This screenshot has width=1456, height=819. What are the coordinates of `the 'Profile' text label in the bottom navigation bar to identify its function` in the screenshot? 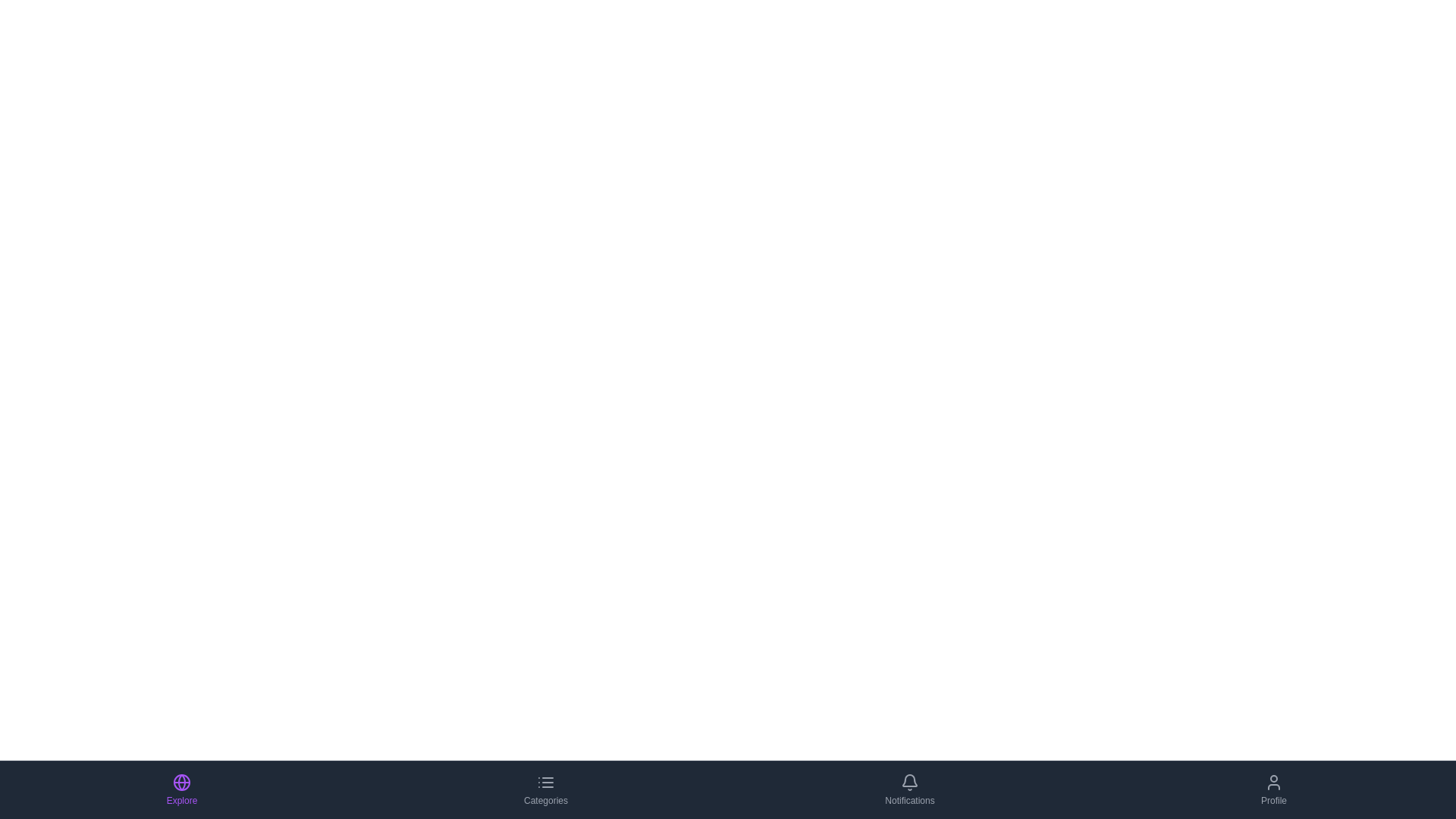 It's located at (1274, 800).